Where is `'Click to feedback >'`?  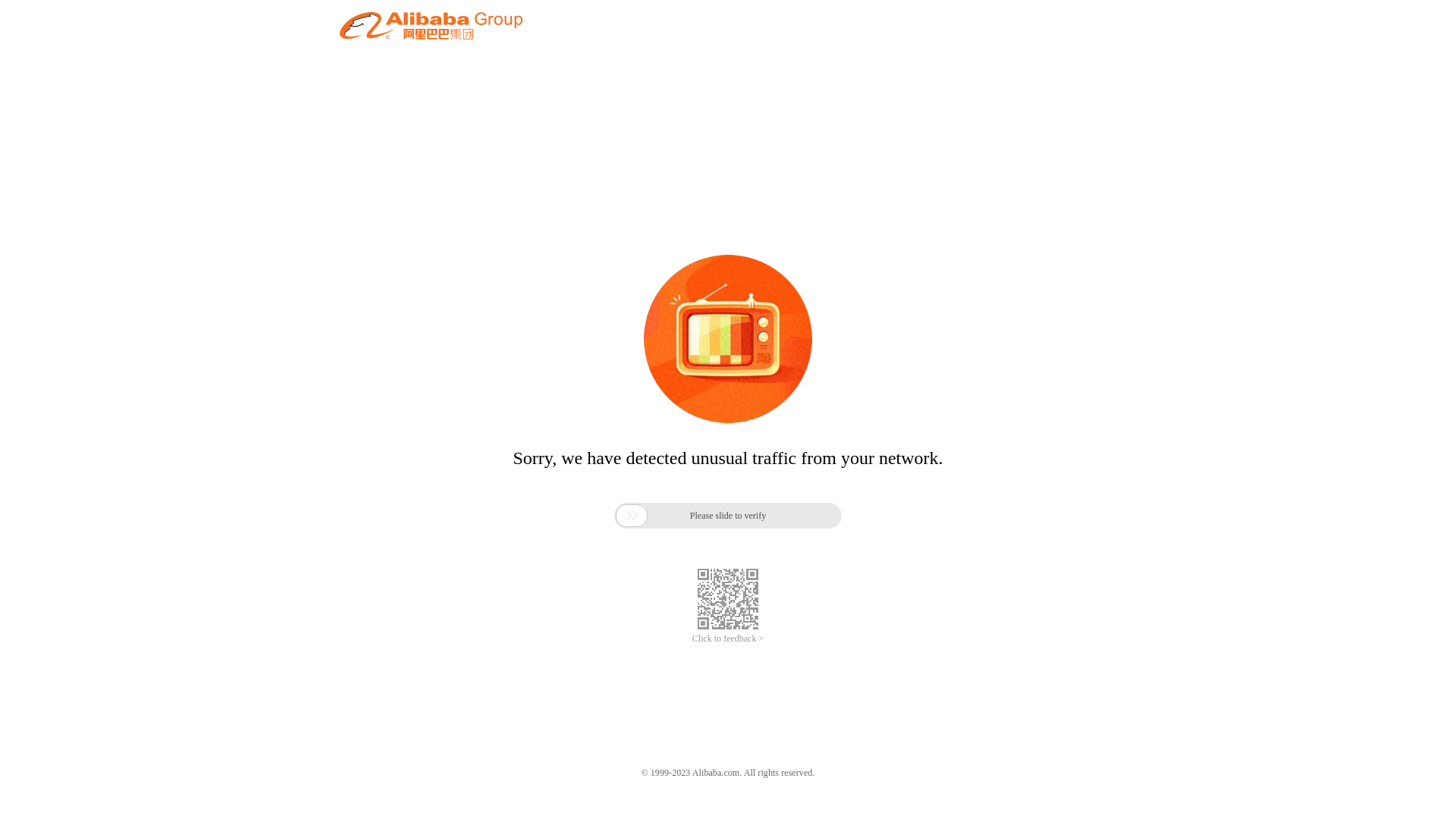 'Click to feedback >' is located at coordinates (728, 639).